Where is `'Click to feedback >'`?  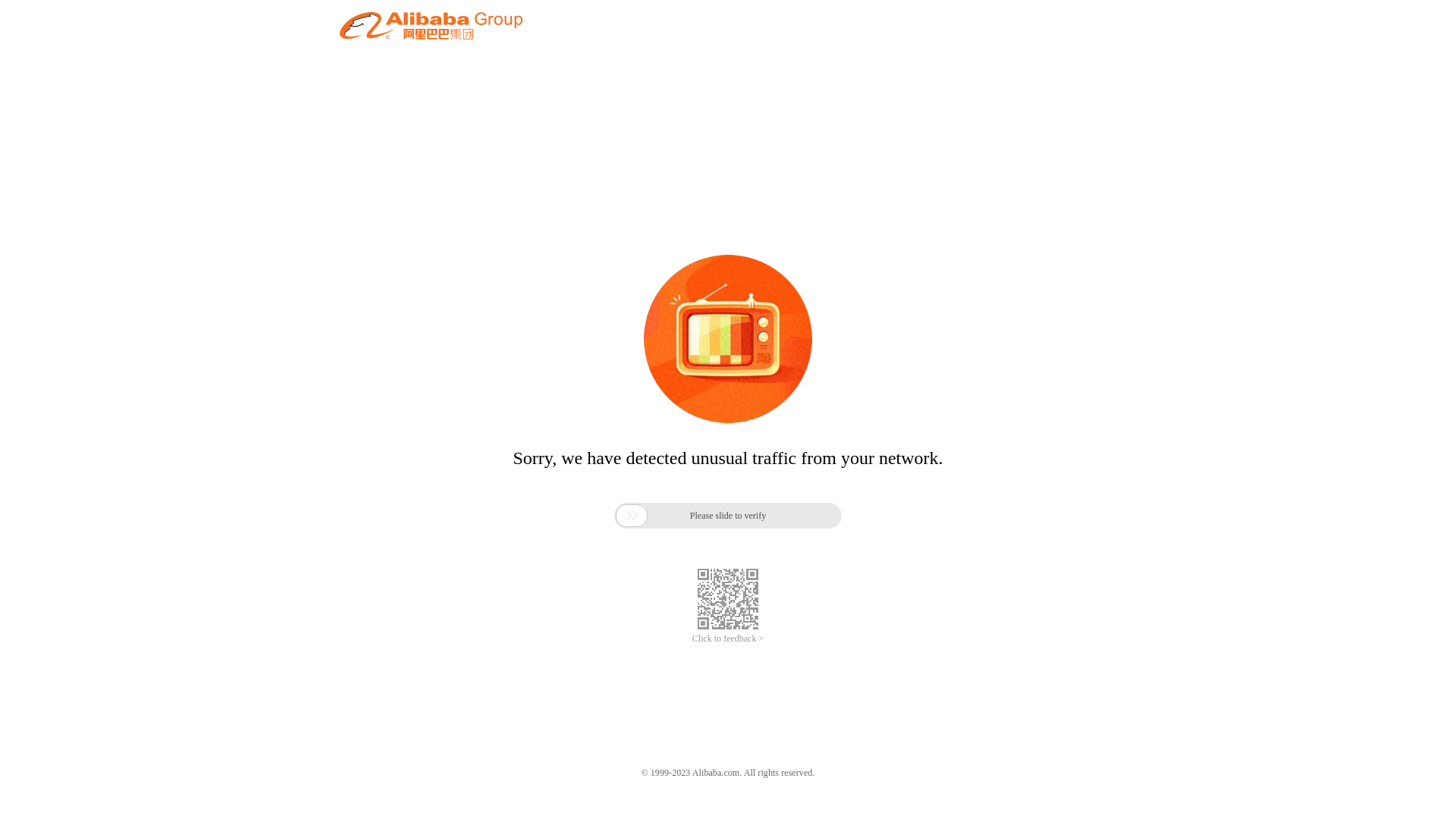 'Click to feedback >' is located at coordinates (728, 639).